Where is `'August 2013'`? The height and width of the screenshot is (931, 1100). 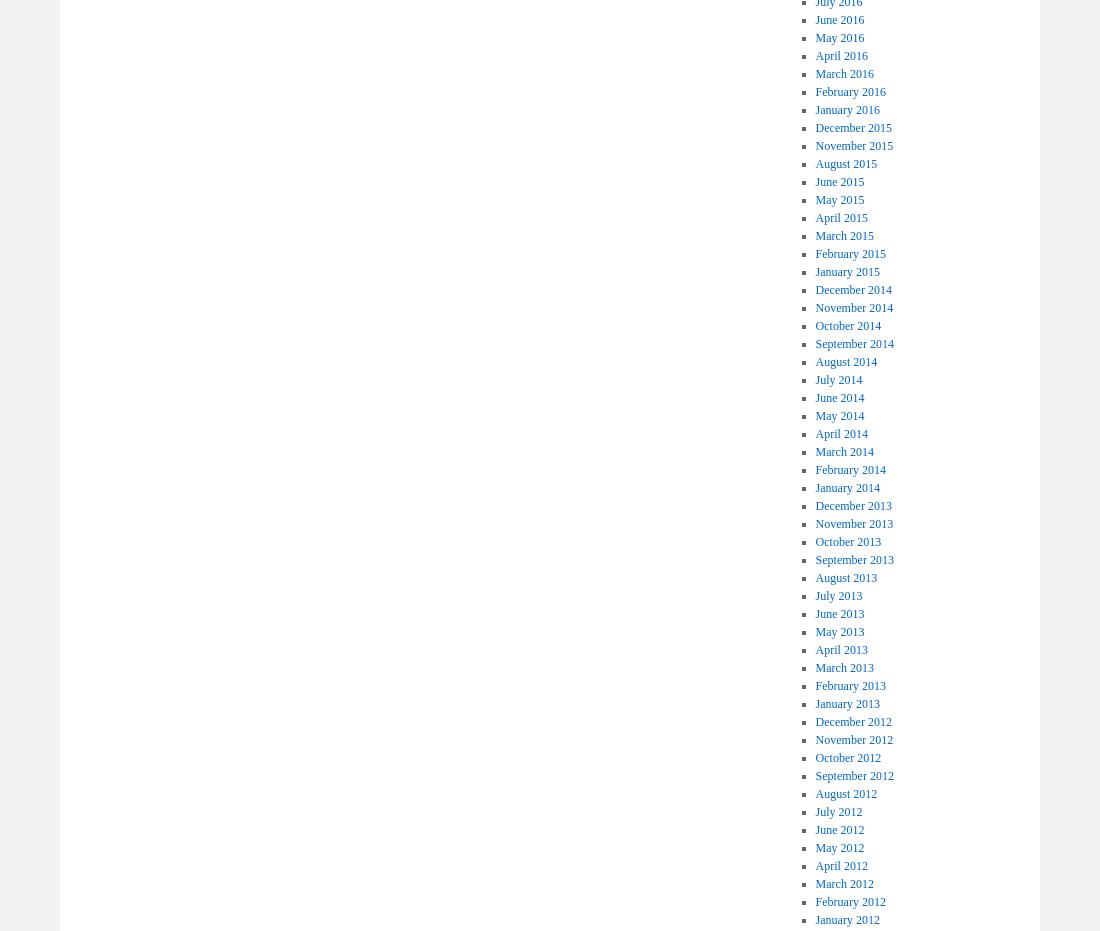 'August 2013' is located at coordinates (845, 576).